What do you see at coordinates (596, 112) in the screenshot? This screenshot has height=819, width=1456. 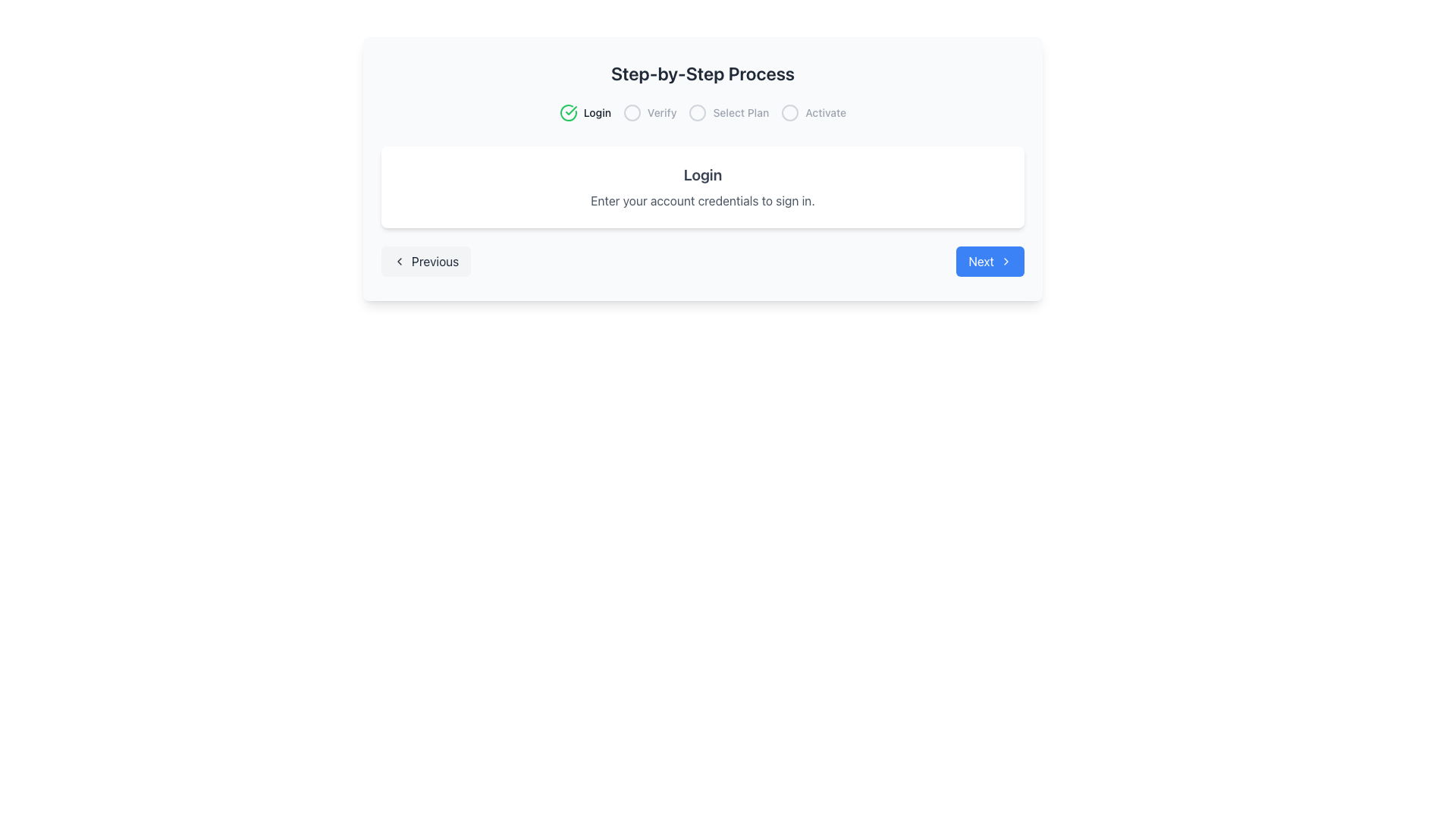 I see `the 'Login' text label, which indicates the current step in the process and is located to the right of a check mark icon` at bounding box center [596, 112].